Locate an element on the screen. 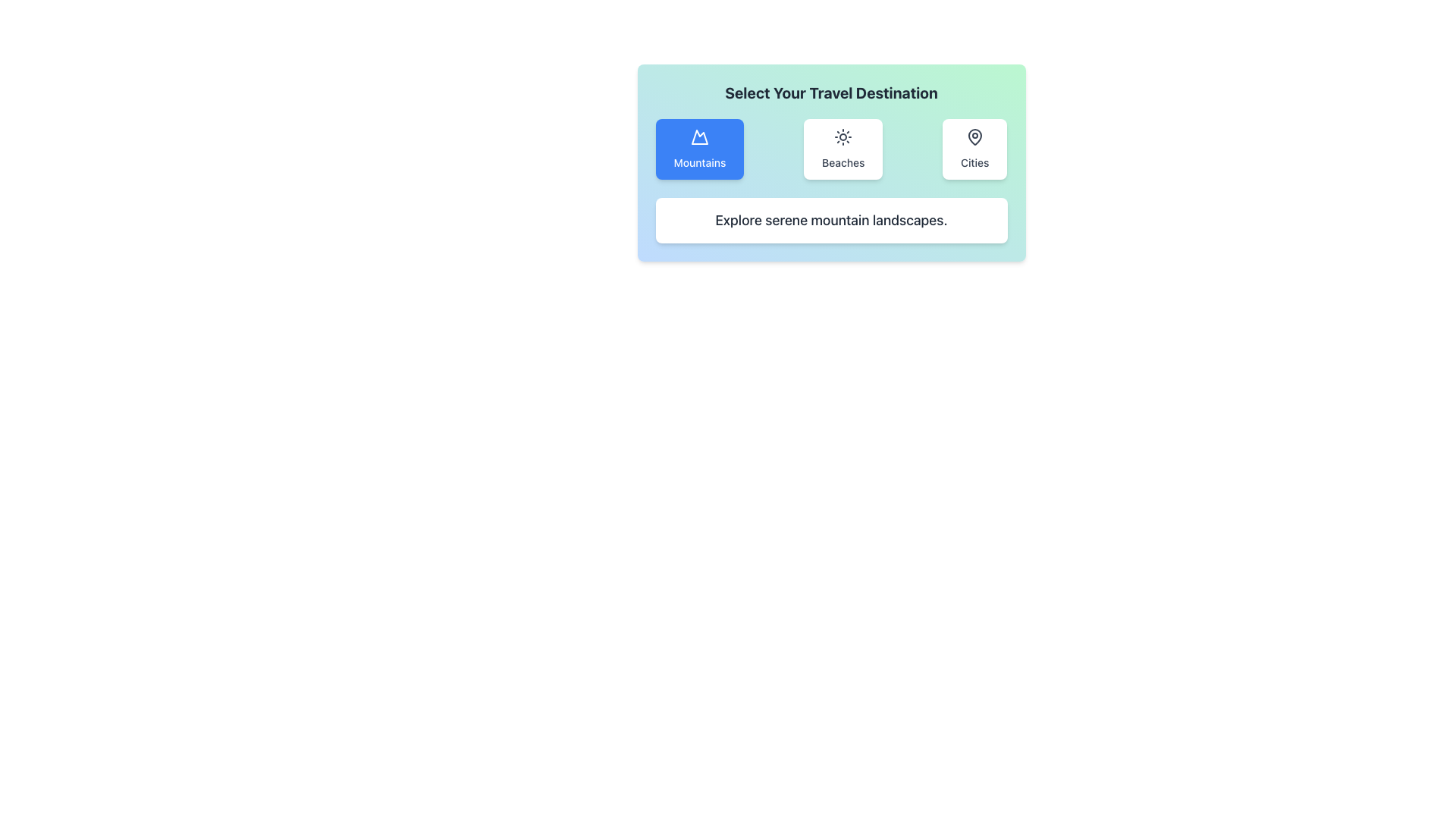  the mountain peak icon within the button labeled 'Mountains', which is located on the leftmost side of a horizontal group of three buttons under the text 'Select Your Travel Destination' is located at coordinates (698, 137).